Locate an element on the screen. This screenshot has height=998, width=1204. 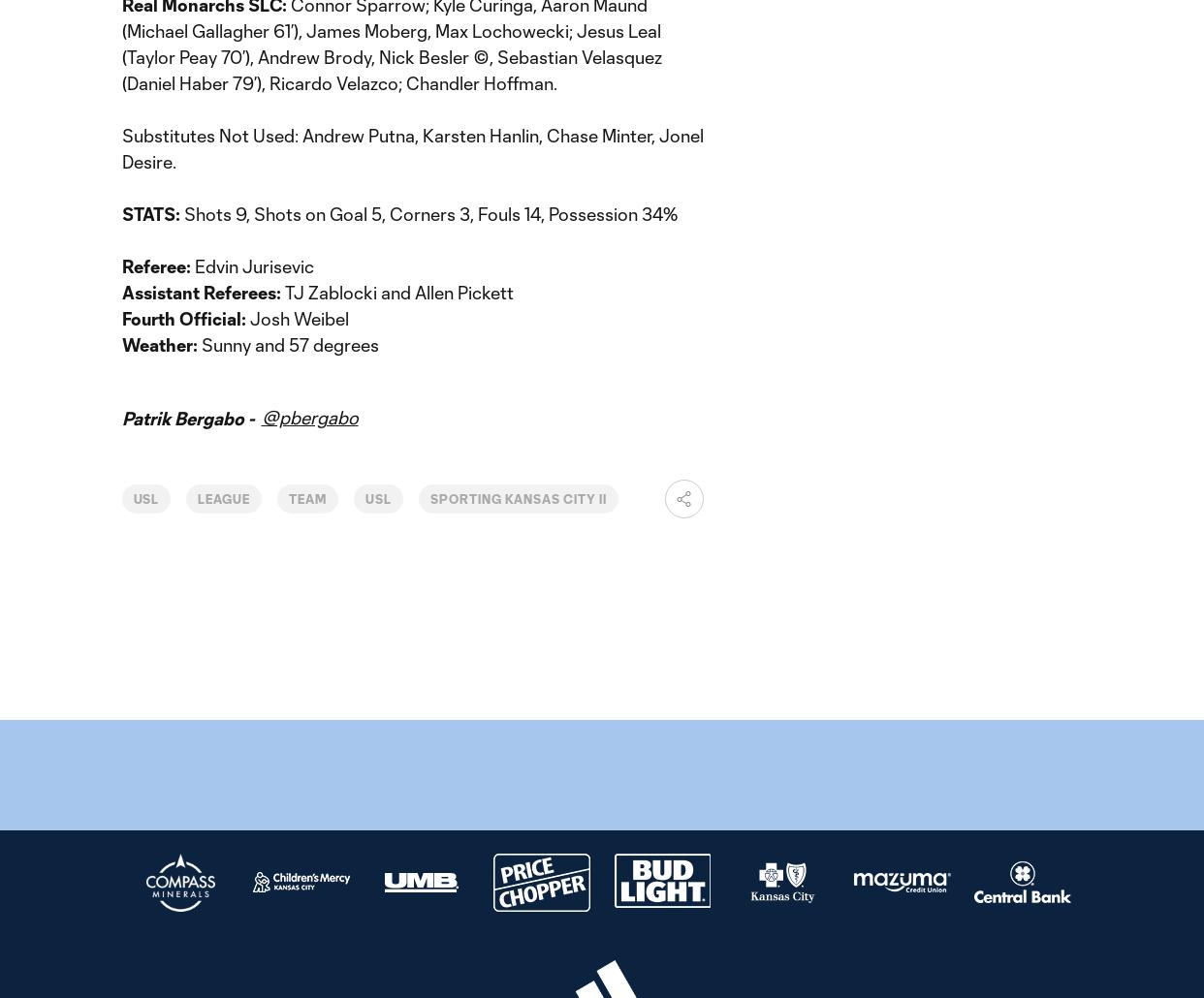
'Assistant Referees:' is located at coordinates (203, 291).